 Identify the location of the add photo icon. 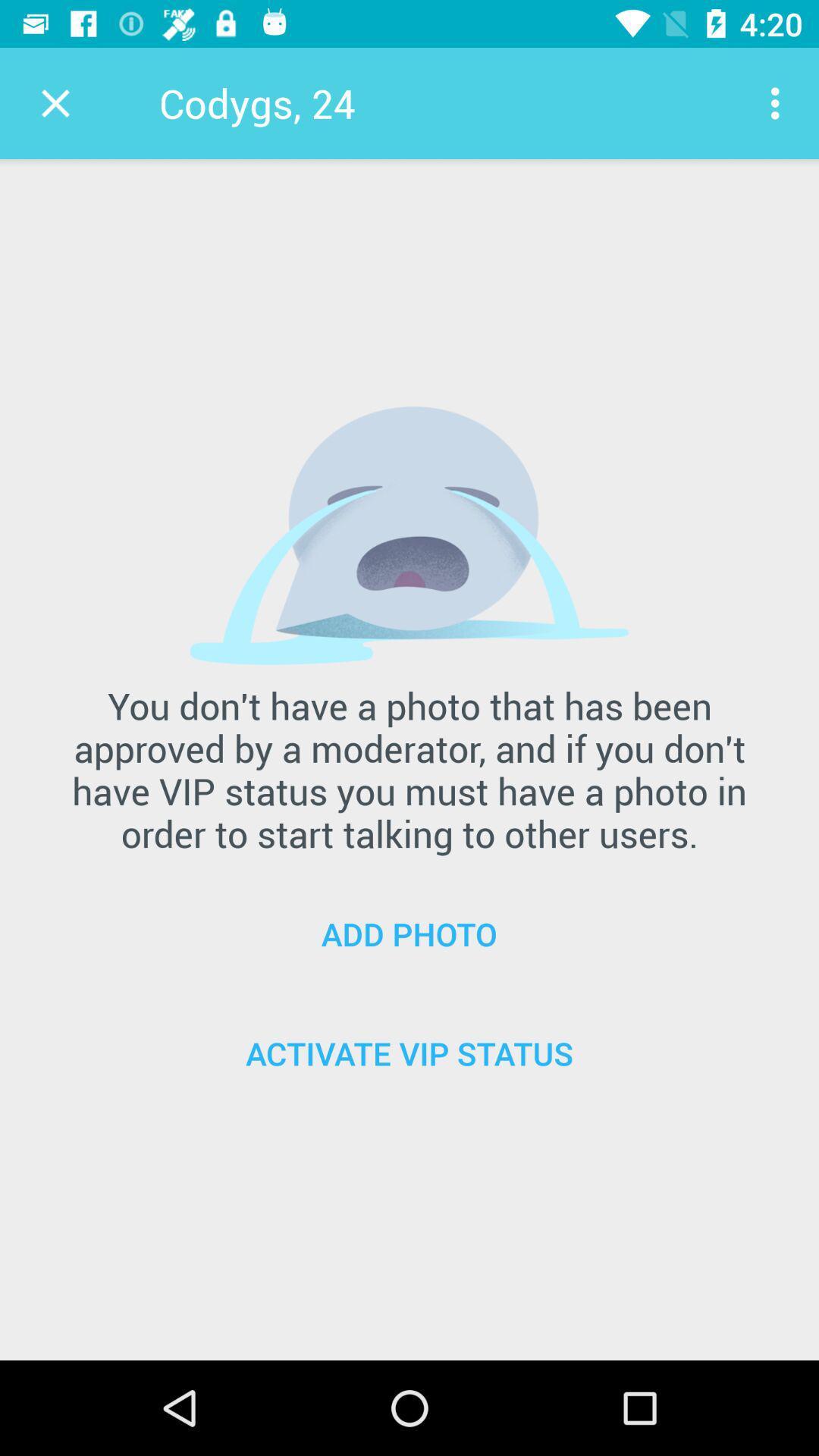
(409, 933).